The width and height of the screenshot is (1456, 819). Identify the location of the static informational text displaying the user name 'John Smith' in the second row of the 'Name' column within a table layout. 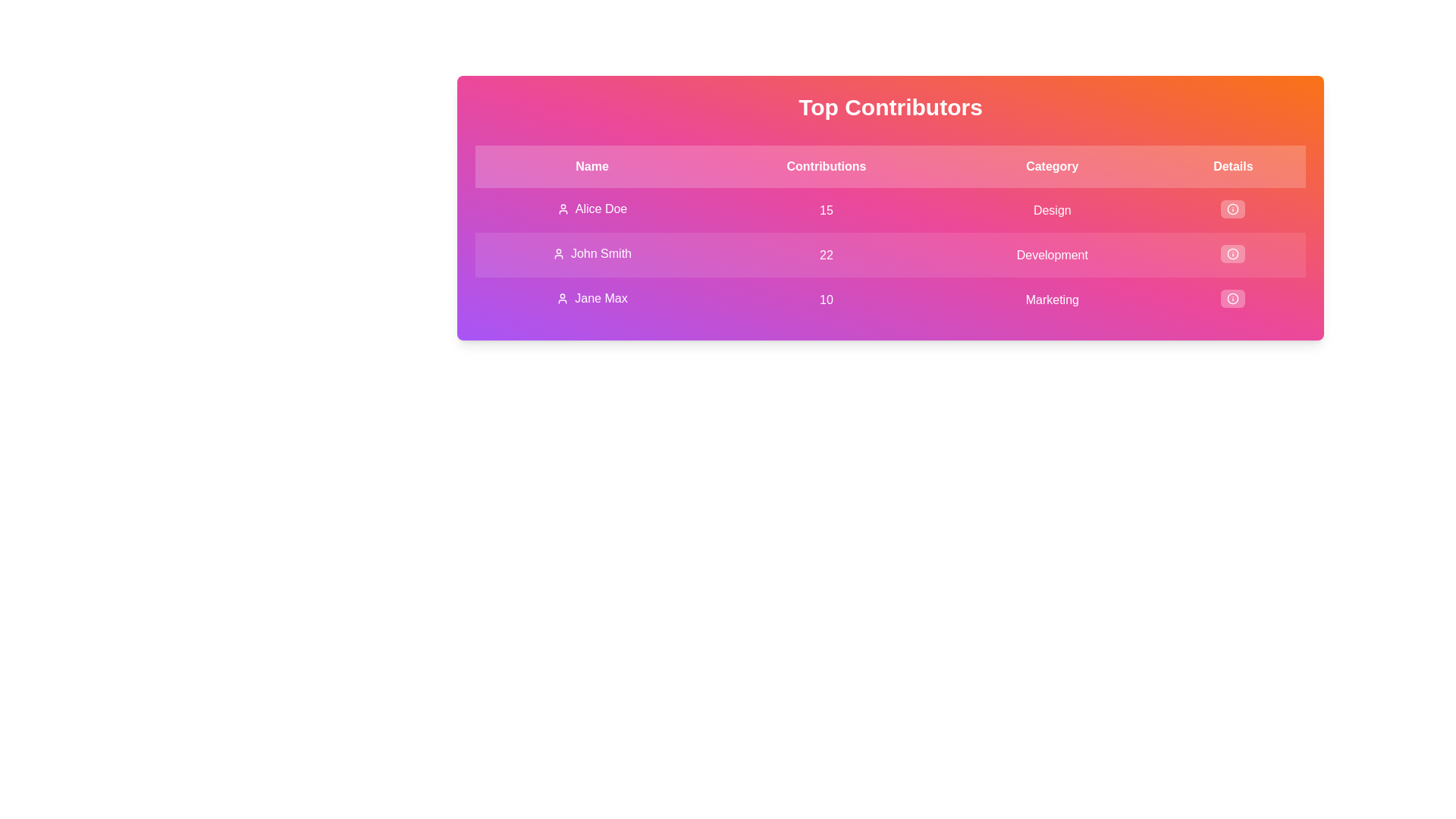
(591, 253).